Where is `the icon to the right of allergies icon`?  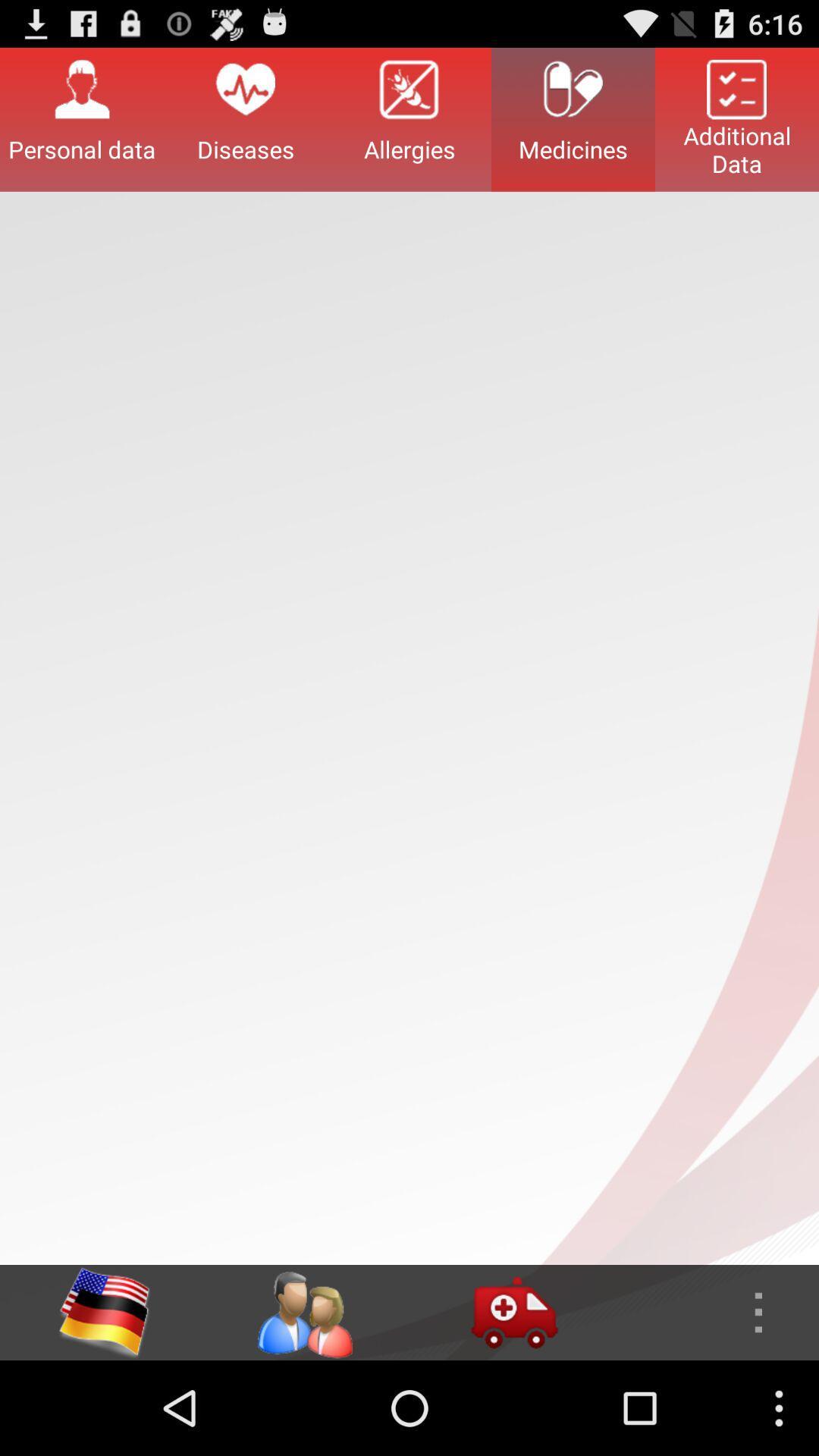
the icon to the right of allergies icon is located at coordinates (573, 118).